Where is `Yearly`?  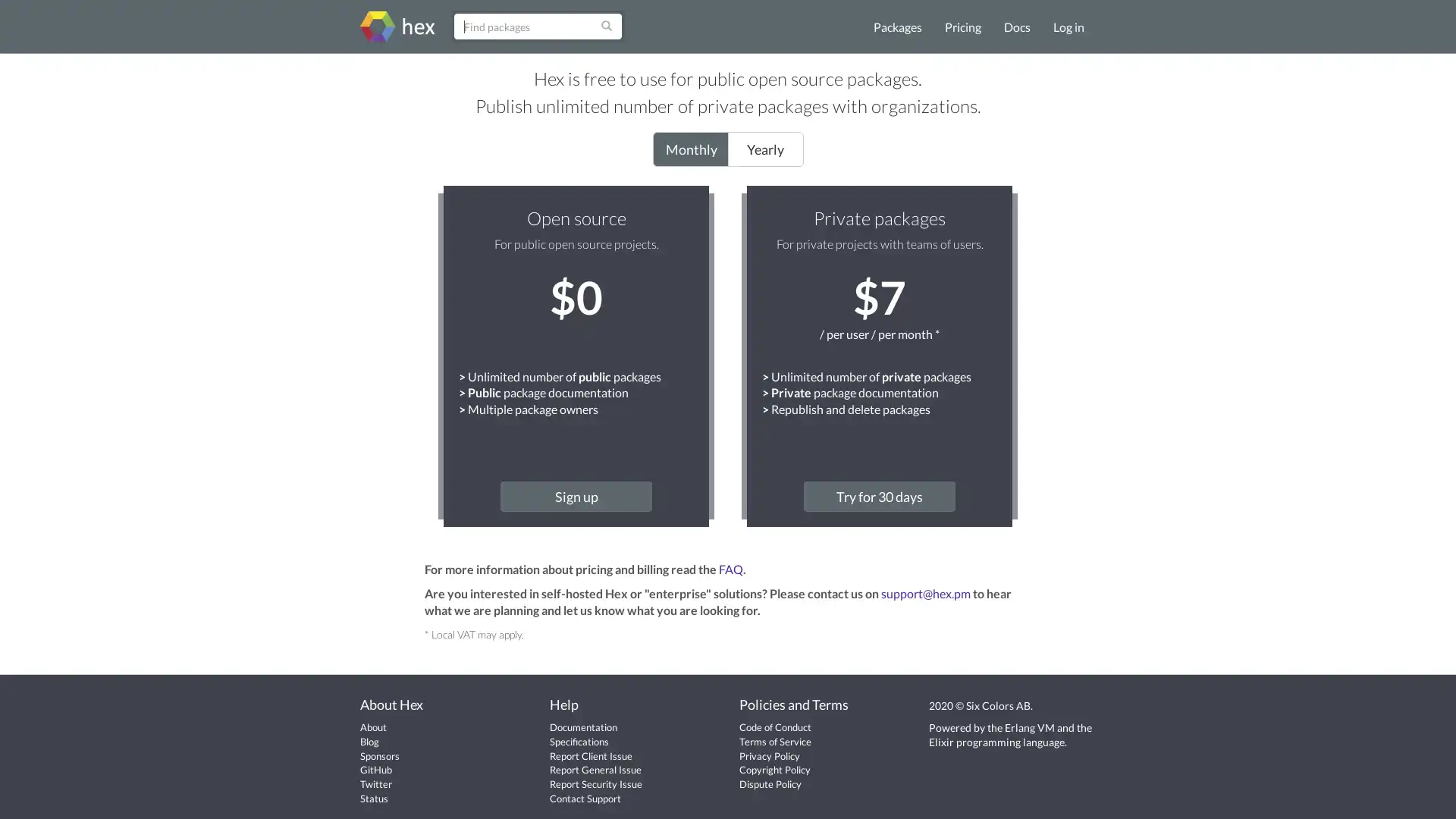 Yearly is located at coordinates (764, 149).